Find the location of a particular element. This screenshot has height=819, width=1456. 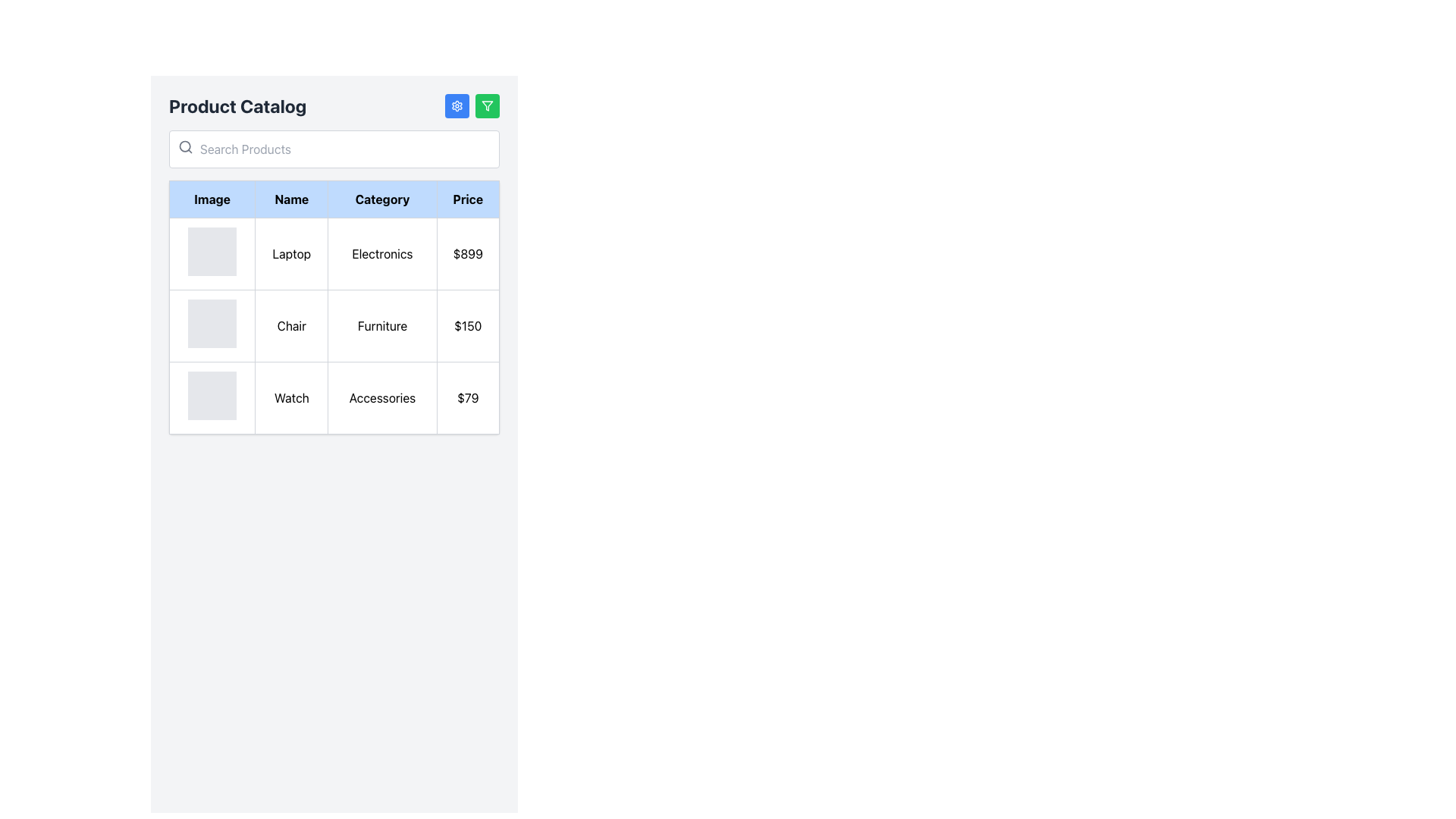

the table cell displaying 'Electronics' which is styled as a rectangular box on a white background, located under the 'Category' column and aligning with the 'Laptop' row is located at coordinates (382, 253).